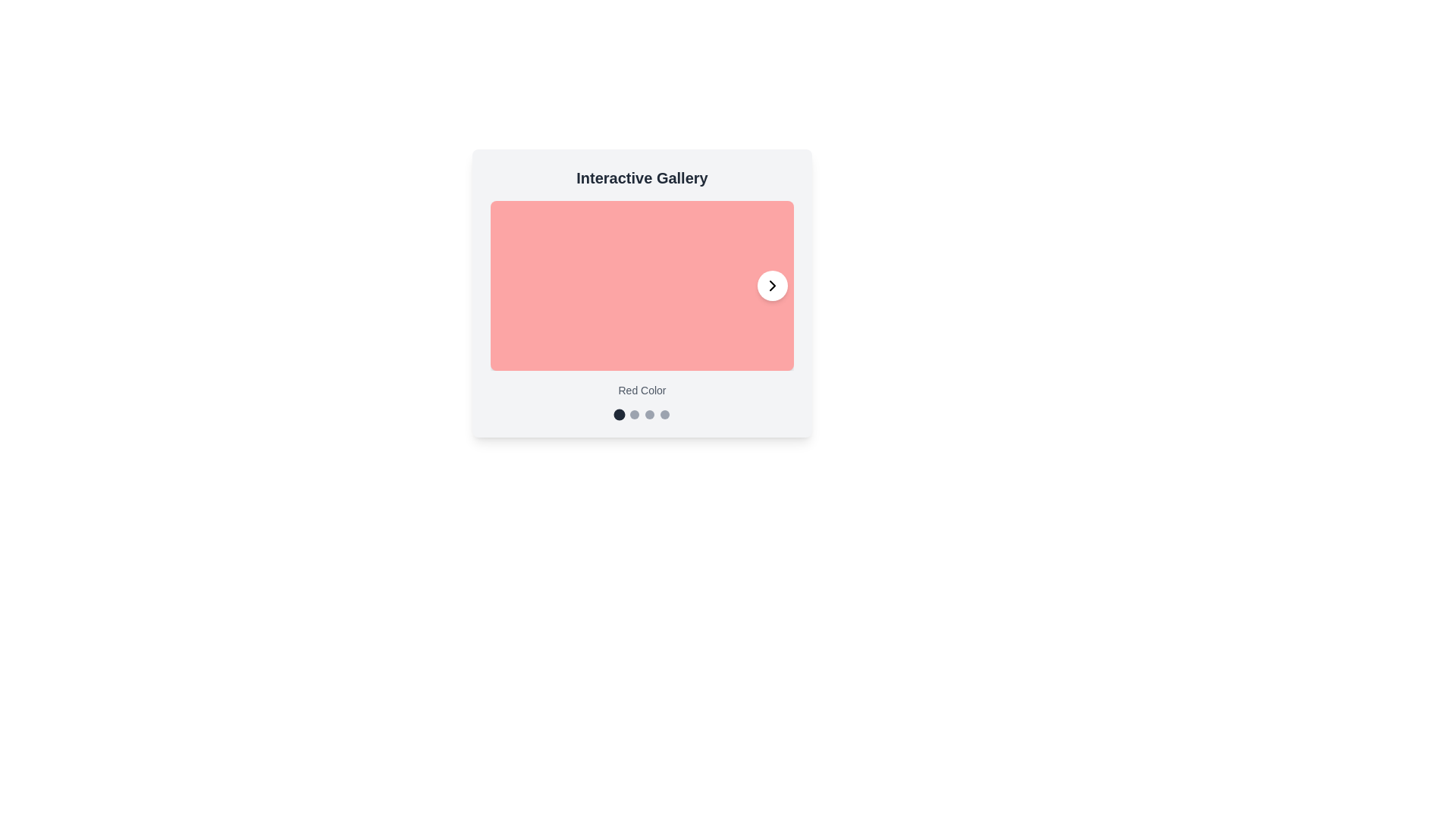  Describe the element at coordinates (665, 415) in the screenshot. I see `the fourth interactive indicator or navigation dot located under the rectangular image in the gallery` at that location.